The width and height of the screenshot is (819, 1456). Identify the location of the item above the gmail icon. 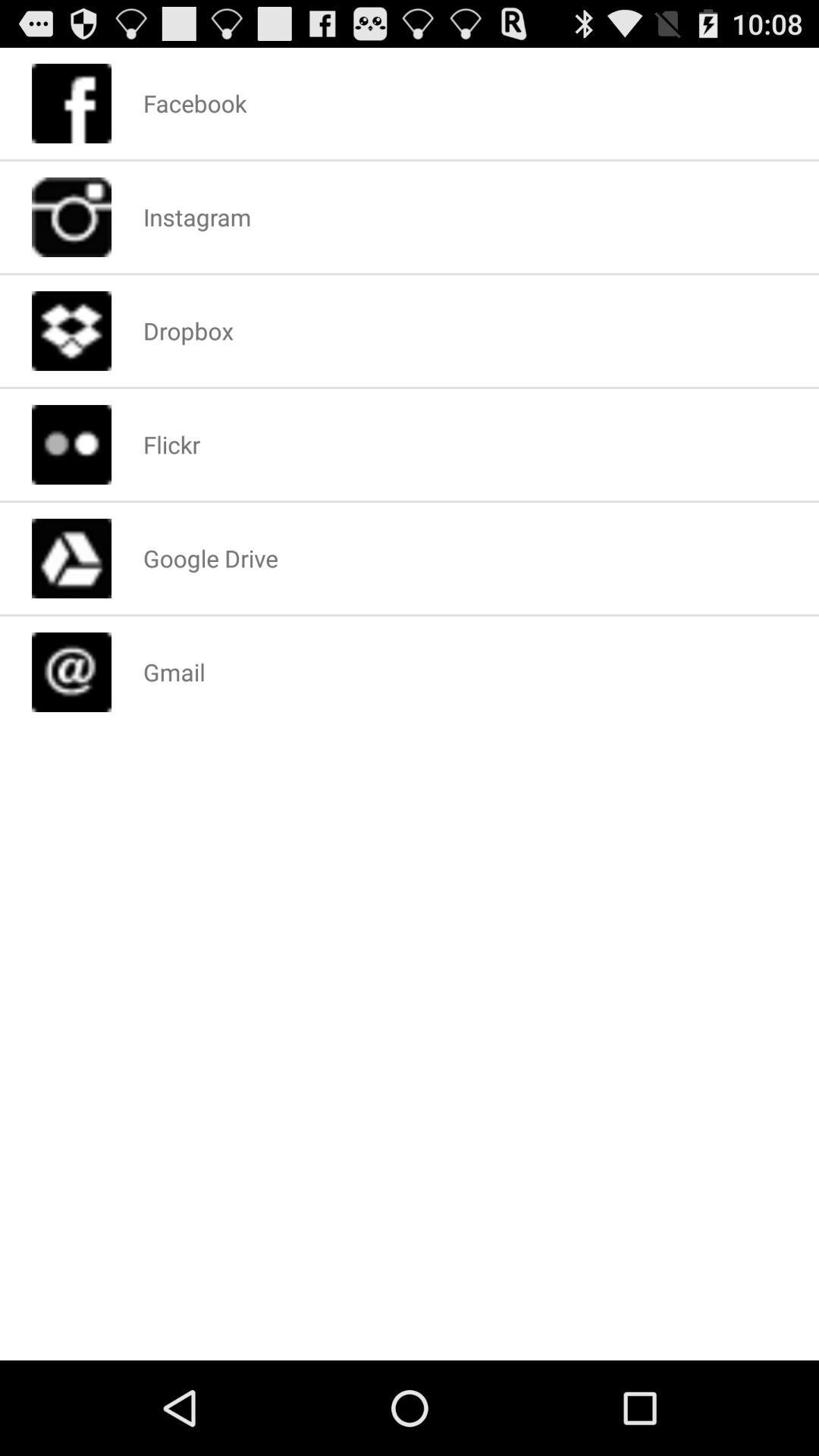
(210, 557).